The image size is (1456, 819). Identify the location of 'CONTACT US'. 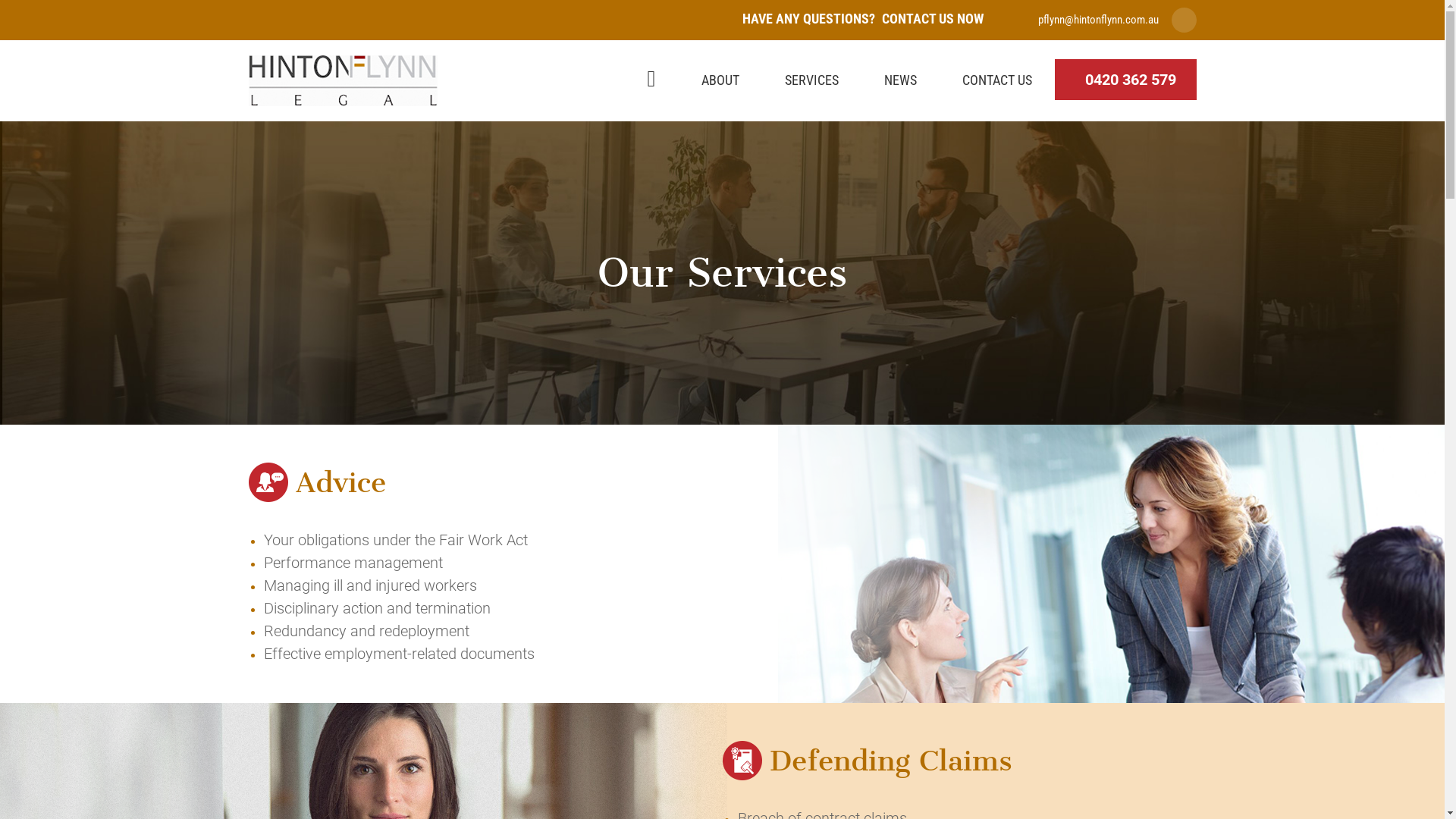
(996, 80).